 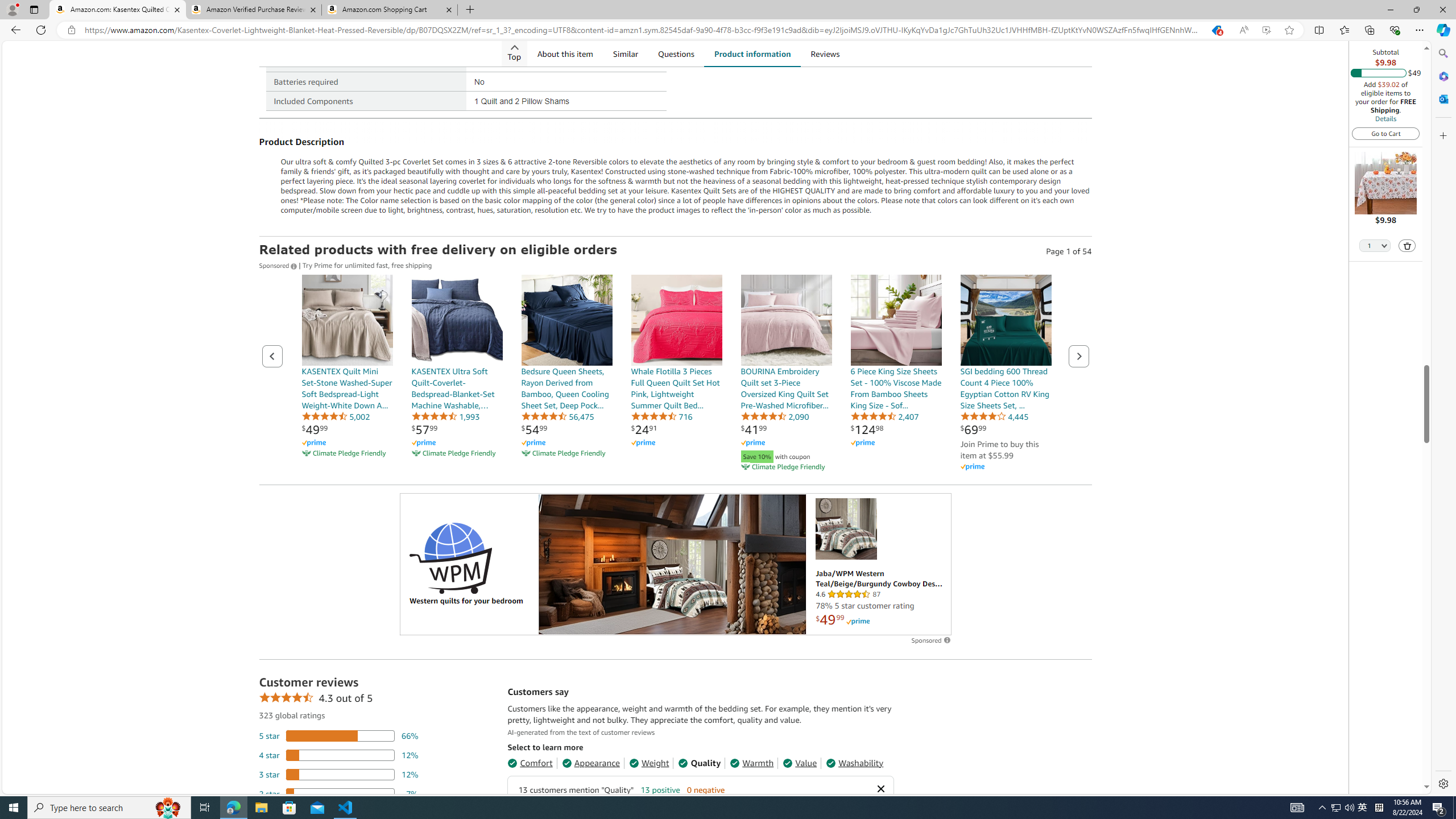 I want to click on '66 percent of reviews have 5 stars', so click(x=338, y=735).